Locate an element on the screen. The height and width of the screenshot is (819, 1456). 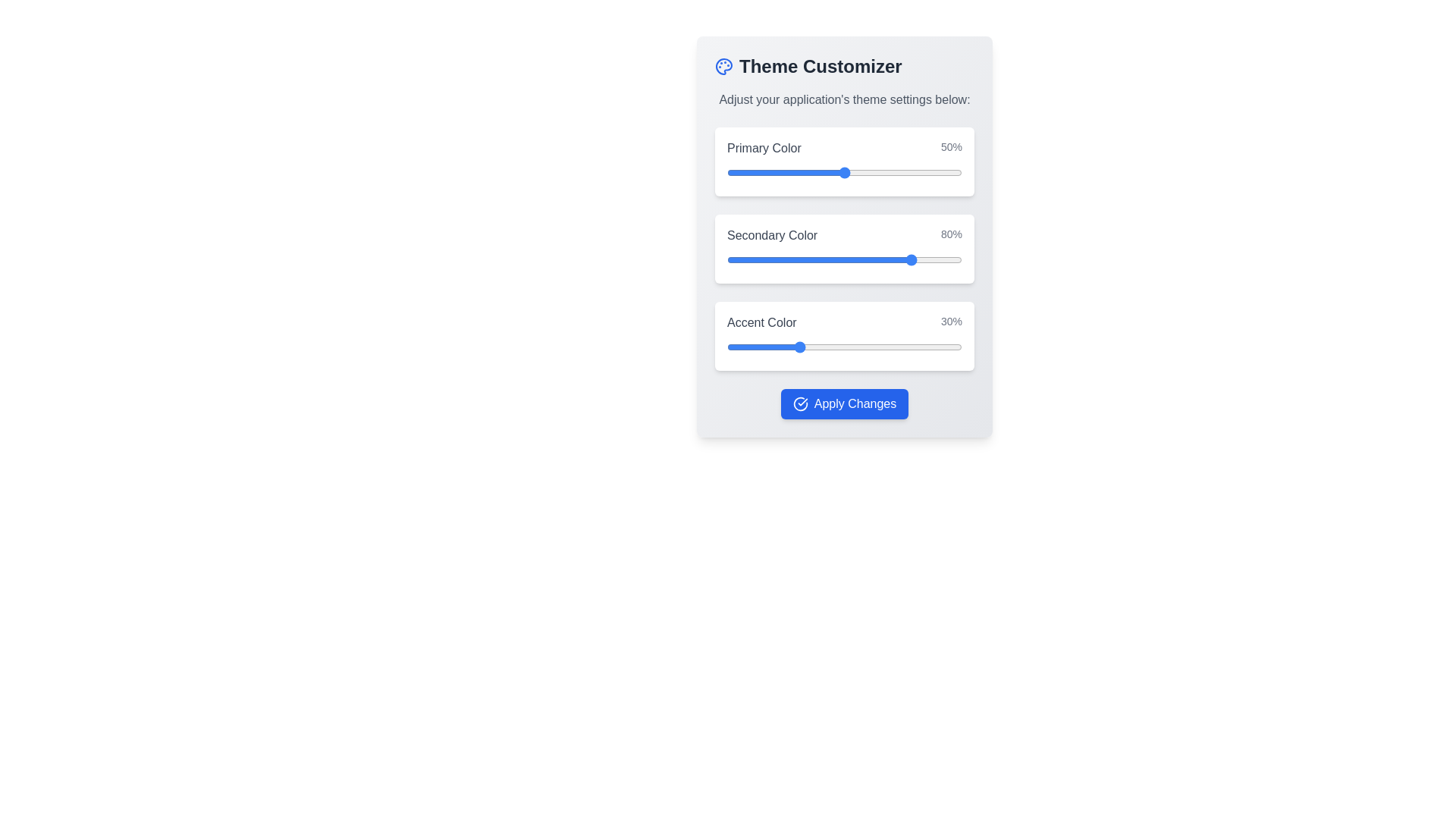
the 'Apply Changes' button using keyboard tabbing is located at coordinates (843, 403).